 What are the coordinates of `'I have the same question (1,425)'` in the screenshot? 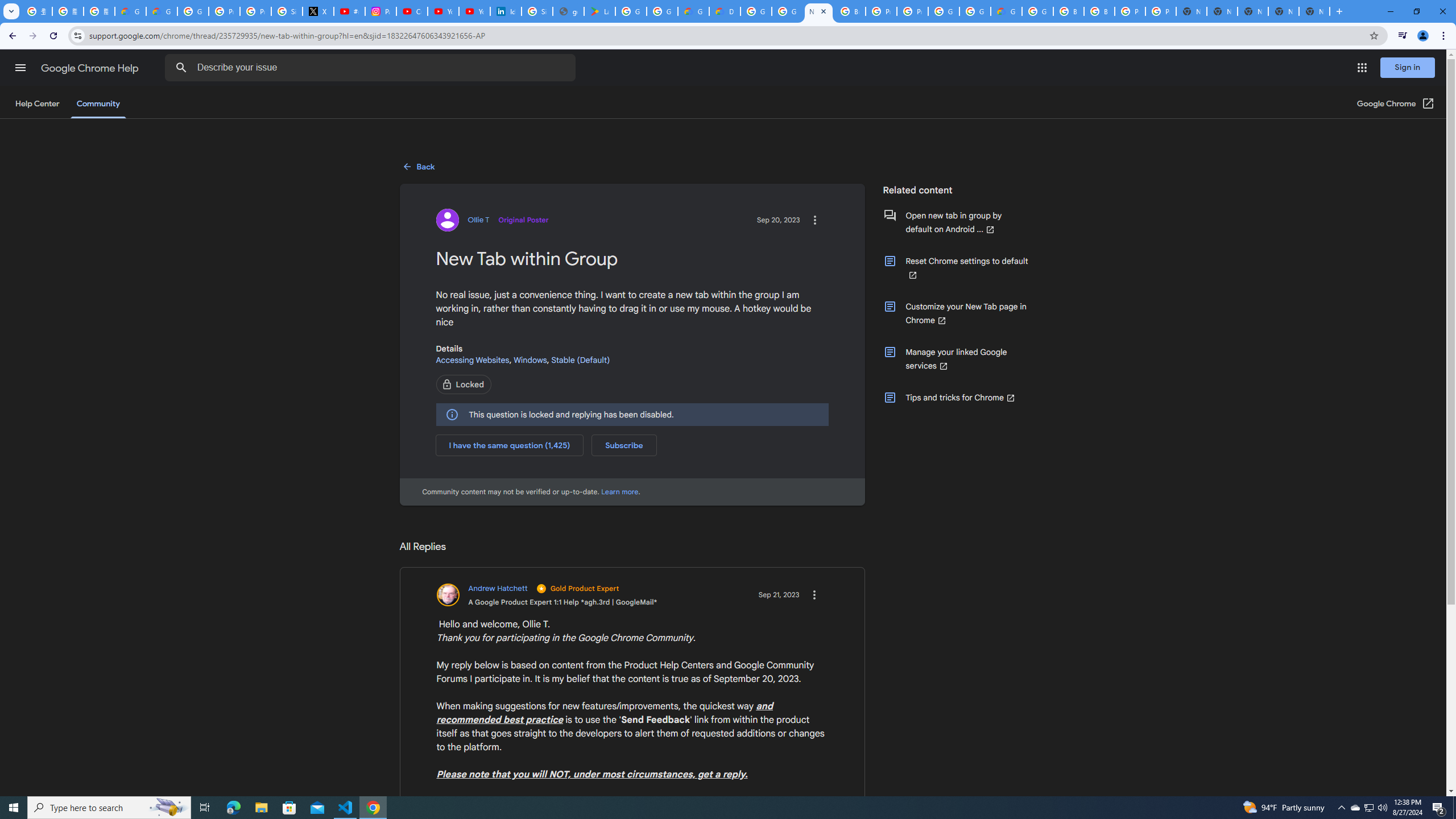 It's located at (510, 444).